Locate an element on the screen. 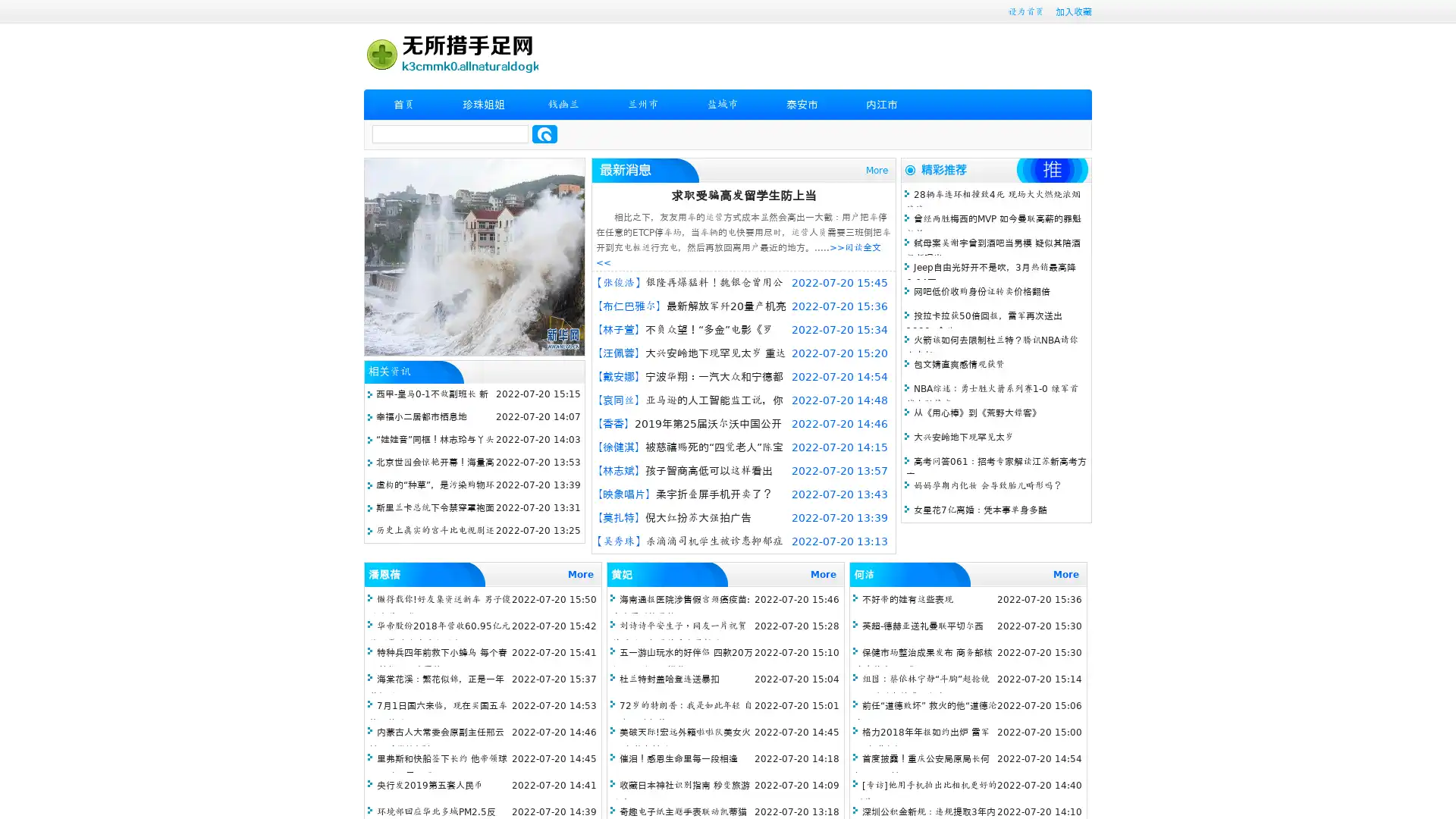 The image size is (1456, 819). Search is located at coordinates (544, 133).